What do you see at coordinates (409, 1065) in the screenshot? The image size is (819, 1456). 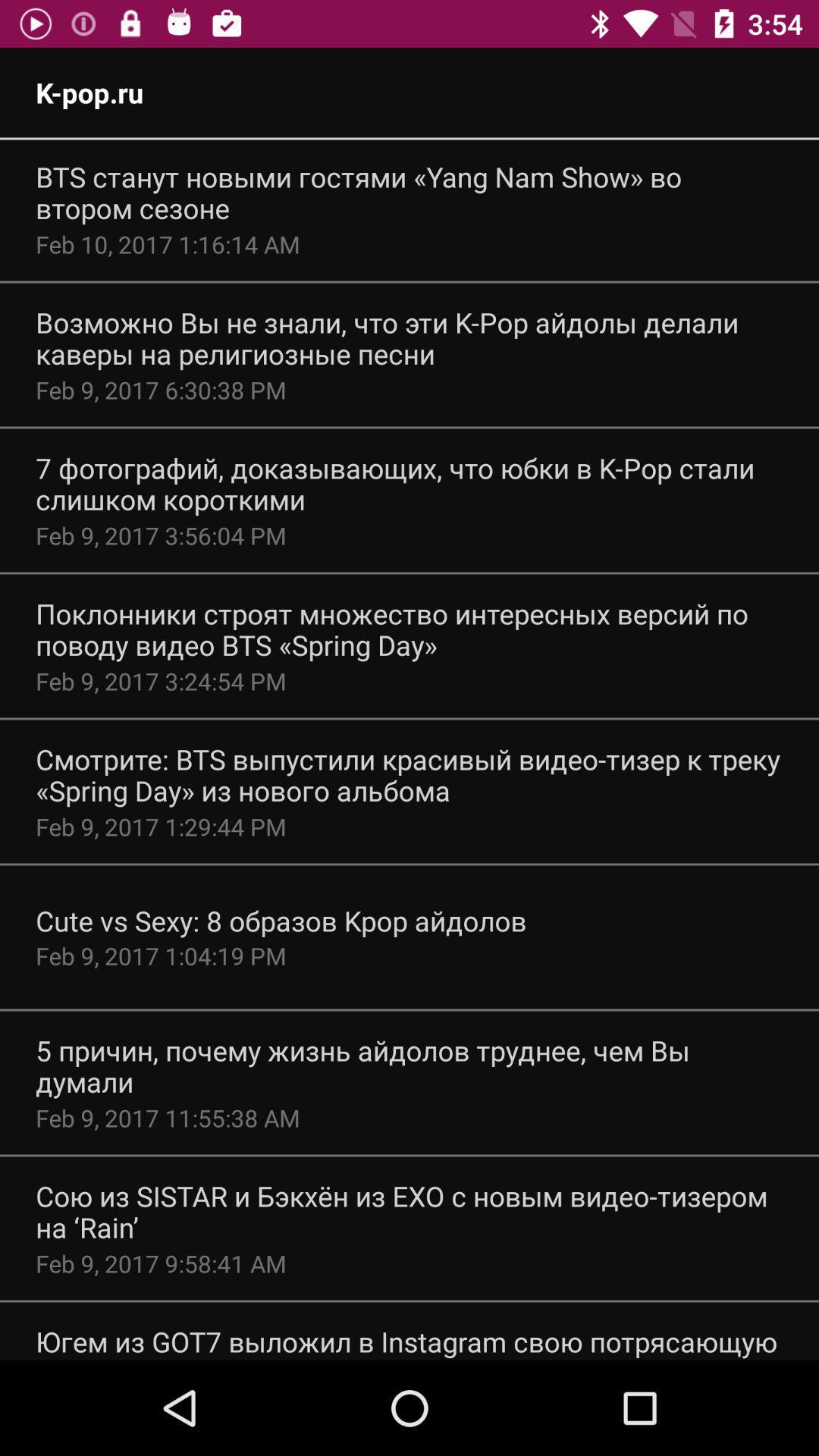 I see `the app above the feb 9 2017 item` at bounding box center [409, 1065].